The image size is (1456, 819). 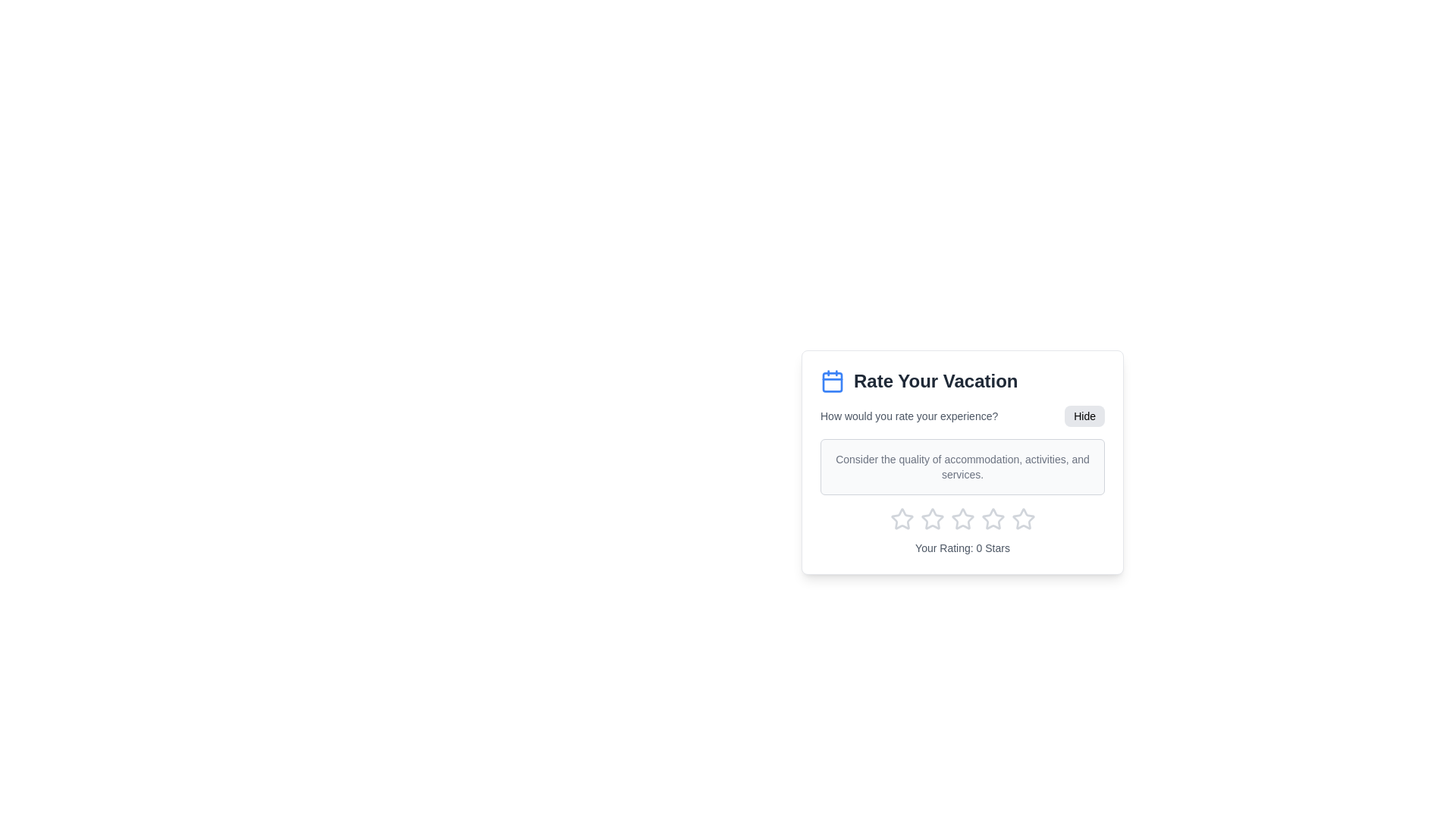 What do you see at coordinates (962, 519) in the screenshot?
I see `across the five outlined stars in the interactive star-based rating control` at bounding box center [962, 519].